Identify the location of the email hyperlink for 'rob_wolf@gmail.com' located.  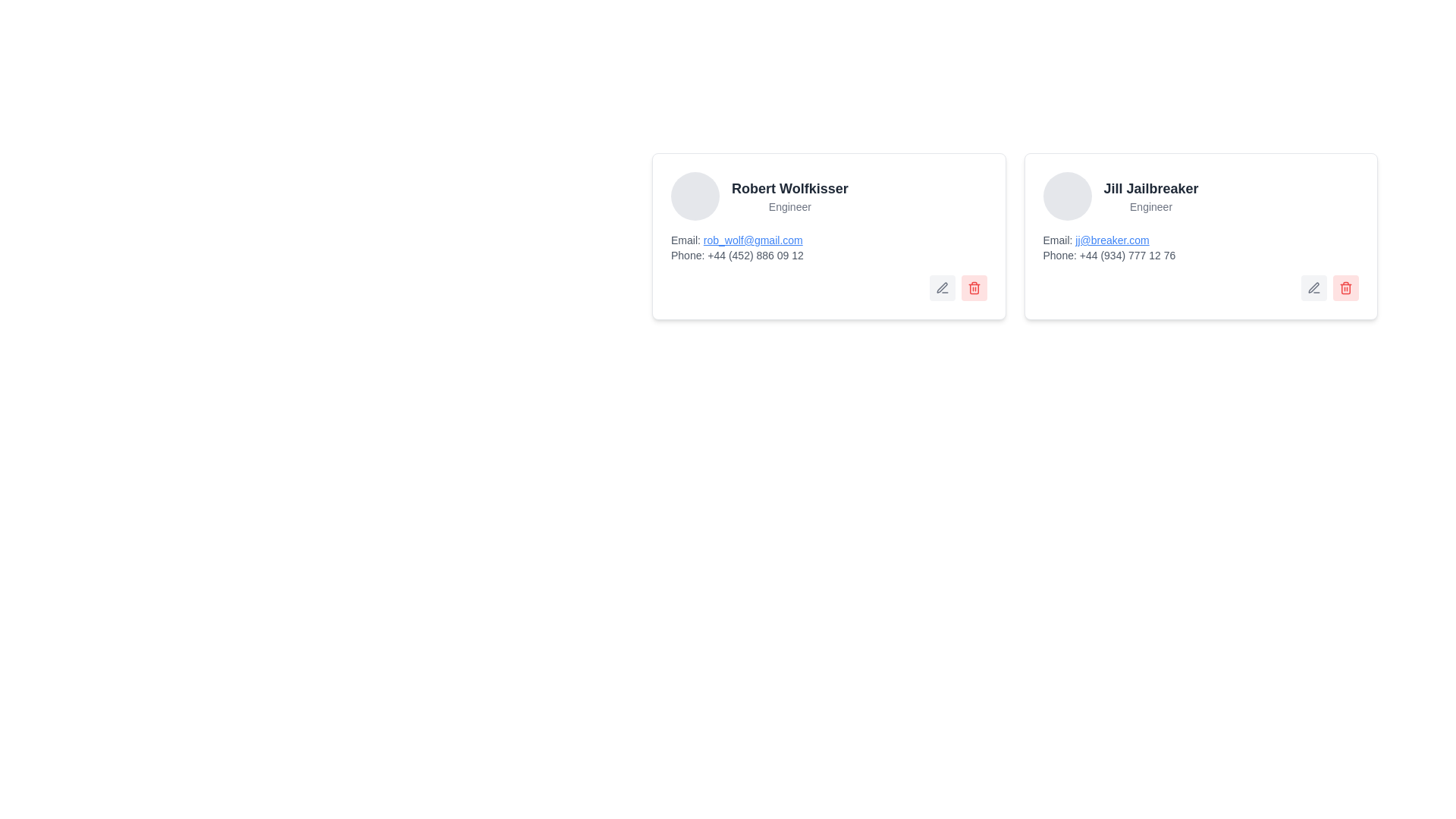
(753, 239).